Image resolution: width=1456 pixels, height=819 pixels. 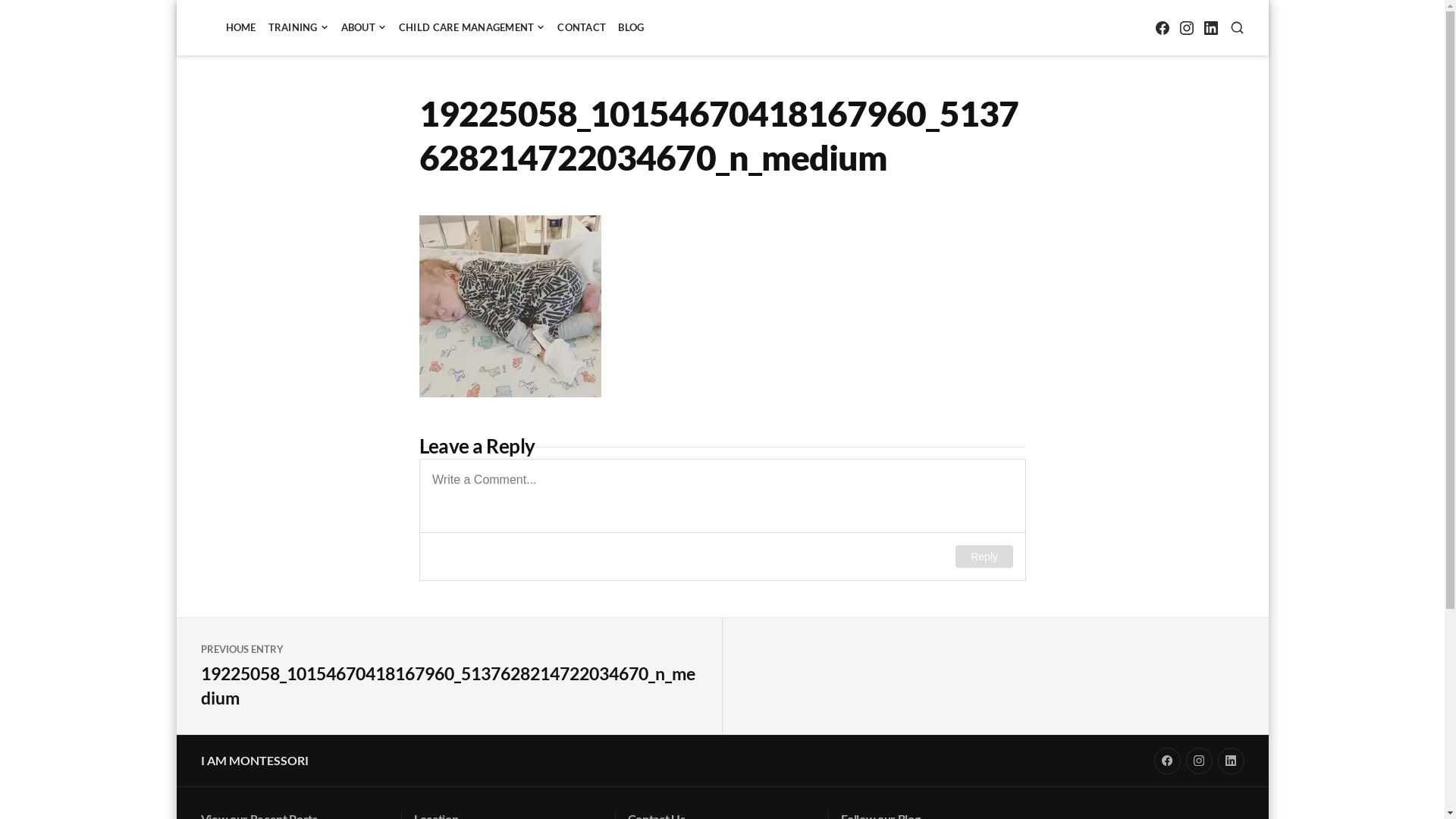 I want to click on 'HOME', so click(x=240, y=27).